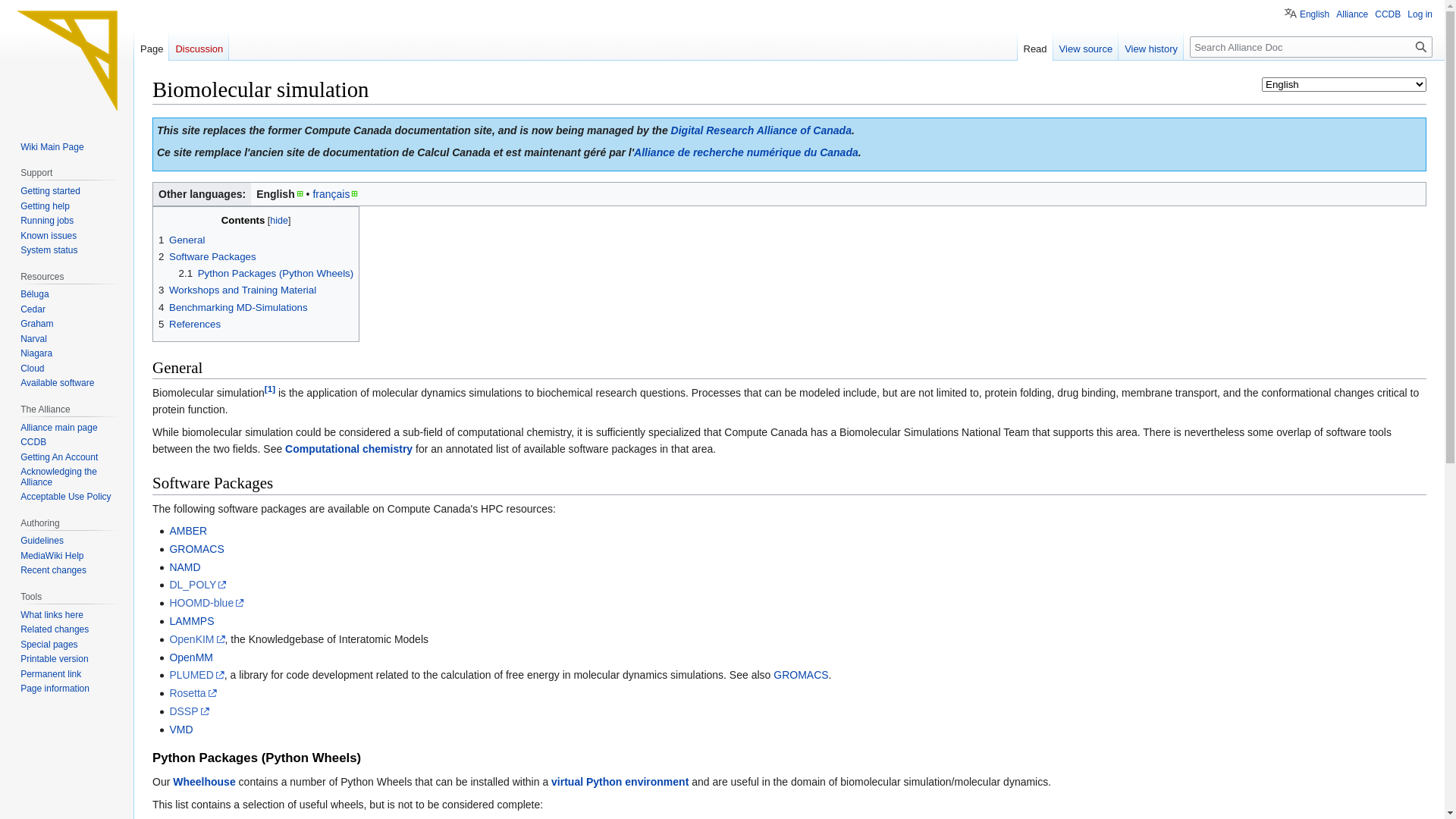 This screenshot has width=1456, height=819. What do you see at coordinates (266, 273) in the screenshot?
I see `'2.1 Python Packages (Python Wheels)'` at bounding box center [266, 273].